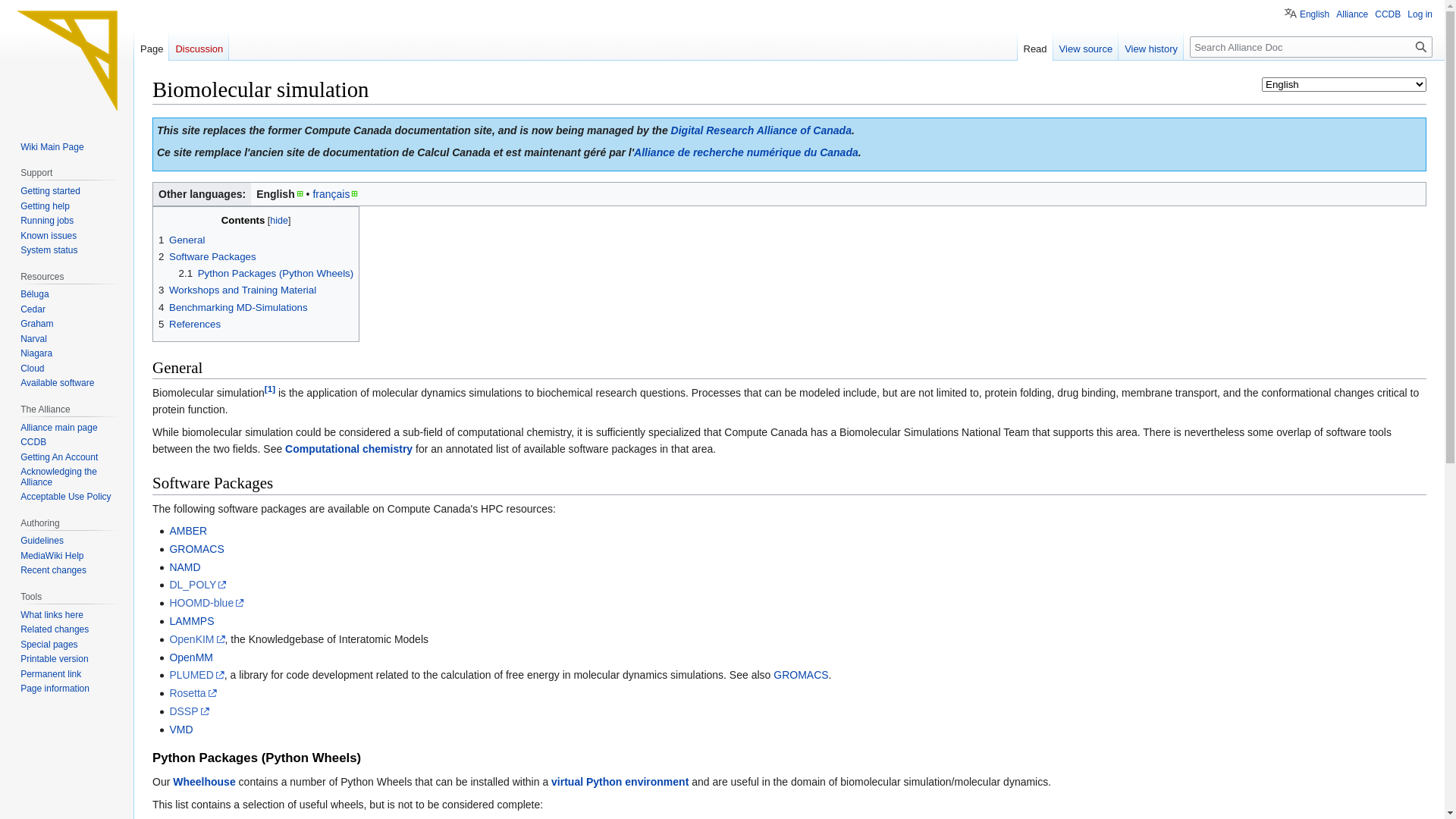 This screenshot has width=1456, height=819. What do you see at coordinates (266, 273) in the screenshot?
I see `'2.1 Python Packages (Python Wheels)'` at bounding box center [266, 273].